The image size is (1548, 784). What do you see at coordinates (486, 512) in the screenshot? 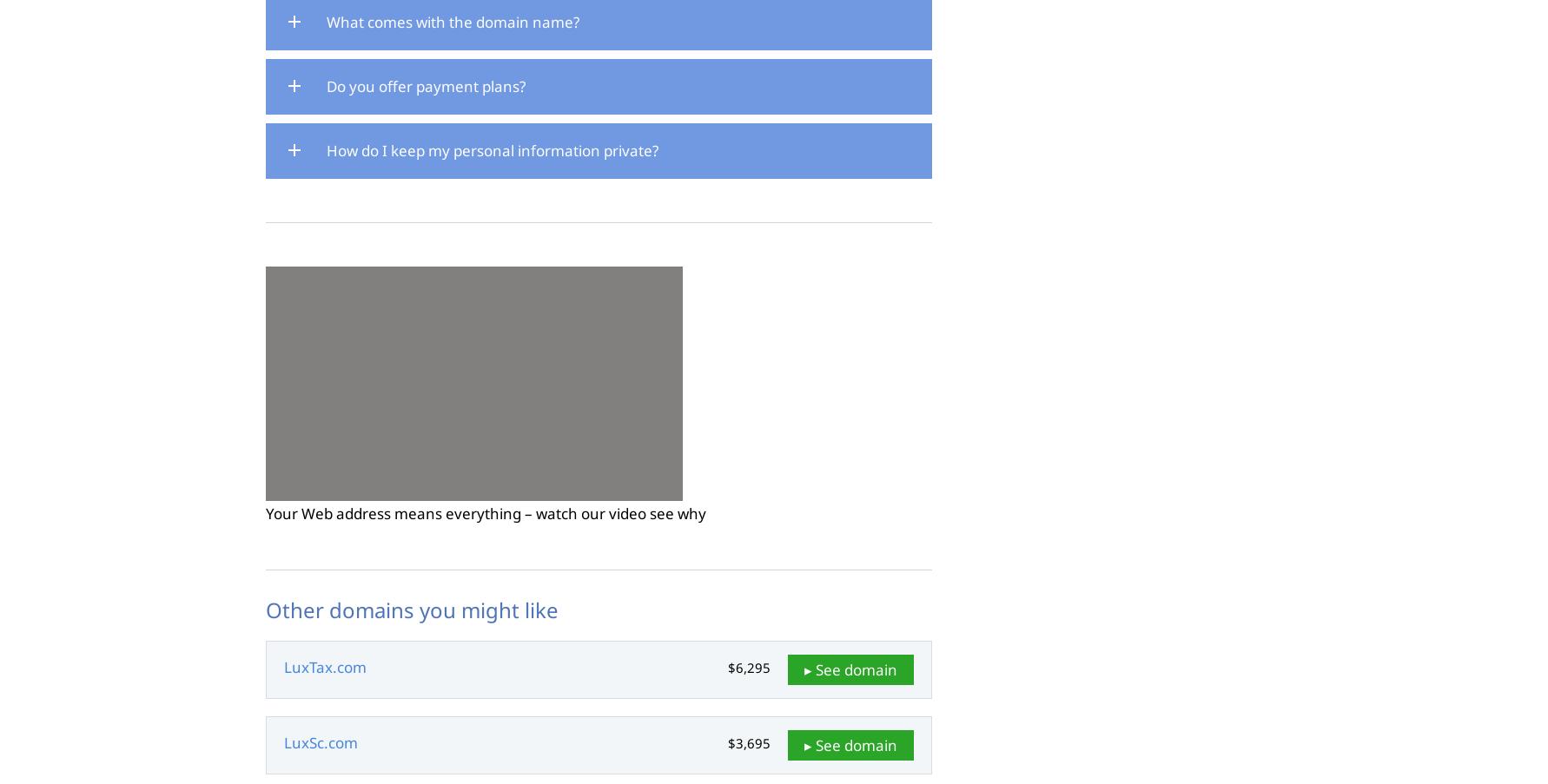
I see `'Your Web address means everything – watch our video see why'` at bounding box center [486, 512].